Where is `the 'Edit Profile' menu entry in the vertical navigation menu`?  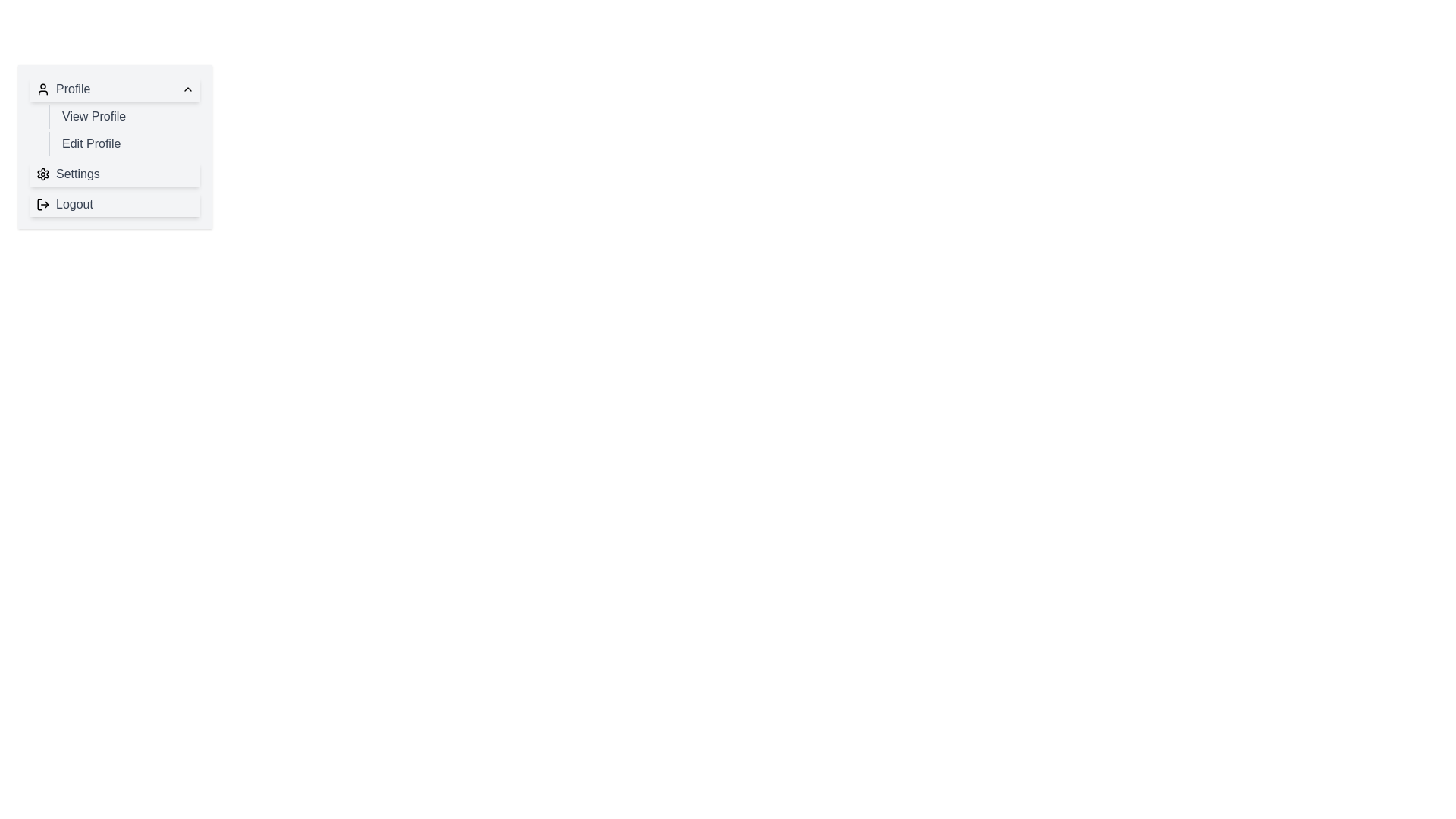 the 'Edit Profile' menu entry in the vertical navigation menu is located at coordinates (115, 146).